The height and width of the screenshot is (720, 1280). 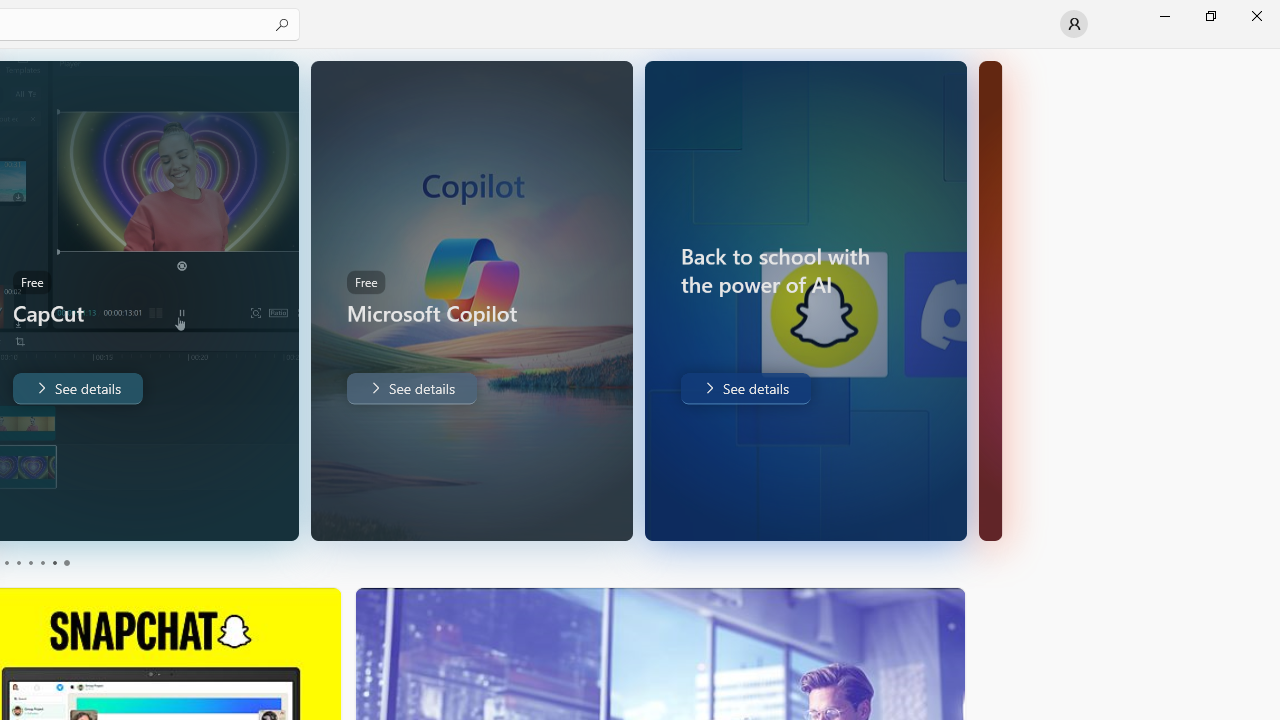 I want to click on 'Page 1', so click(x=5, y=563).